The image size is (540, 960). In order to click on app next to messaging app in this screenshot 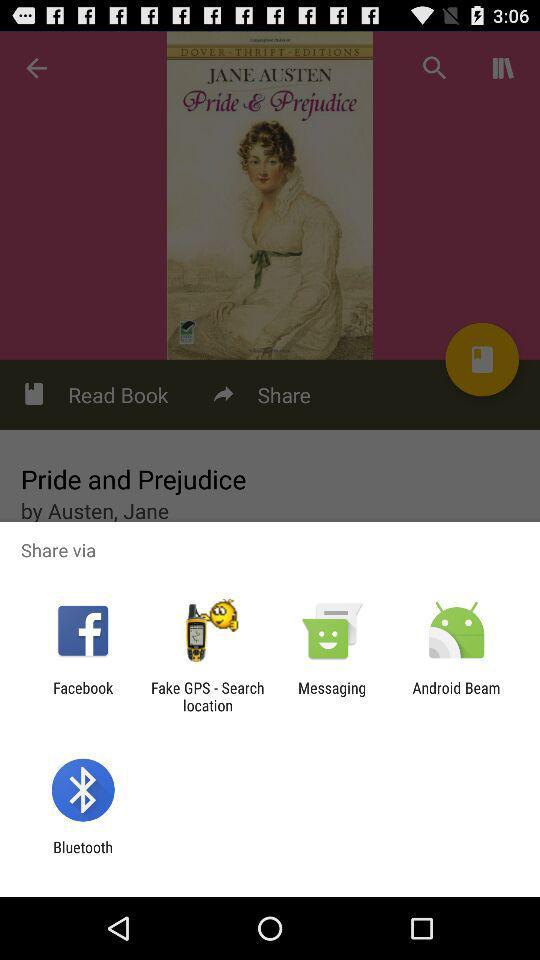, I will do `click(206, 696)`.